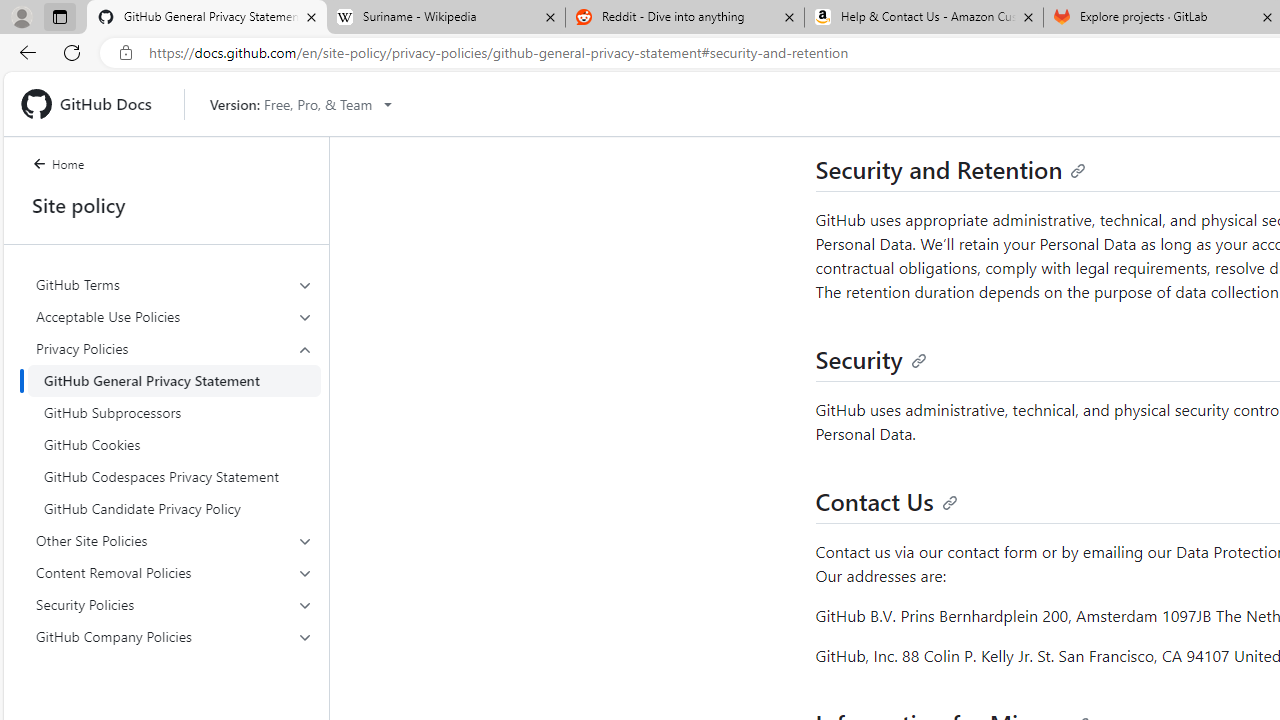  Describe the element at coordinates (174, 603) in the screenshot. I see `'Security Policies'` at that location.